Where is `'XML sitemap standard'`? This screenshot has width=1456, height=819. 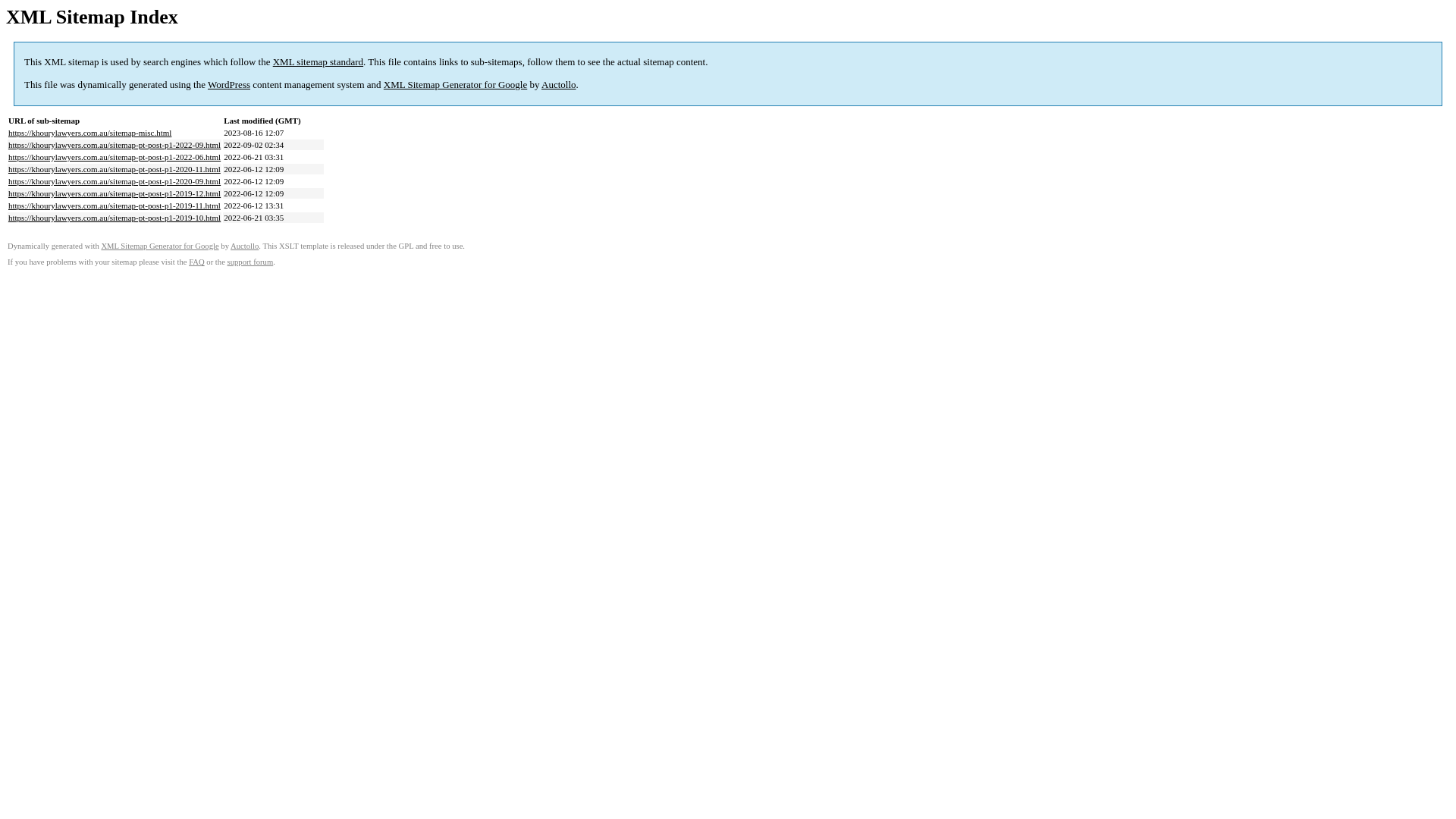
'XML sitemap standard' is located at coordinates (317, 61).